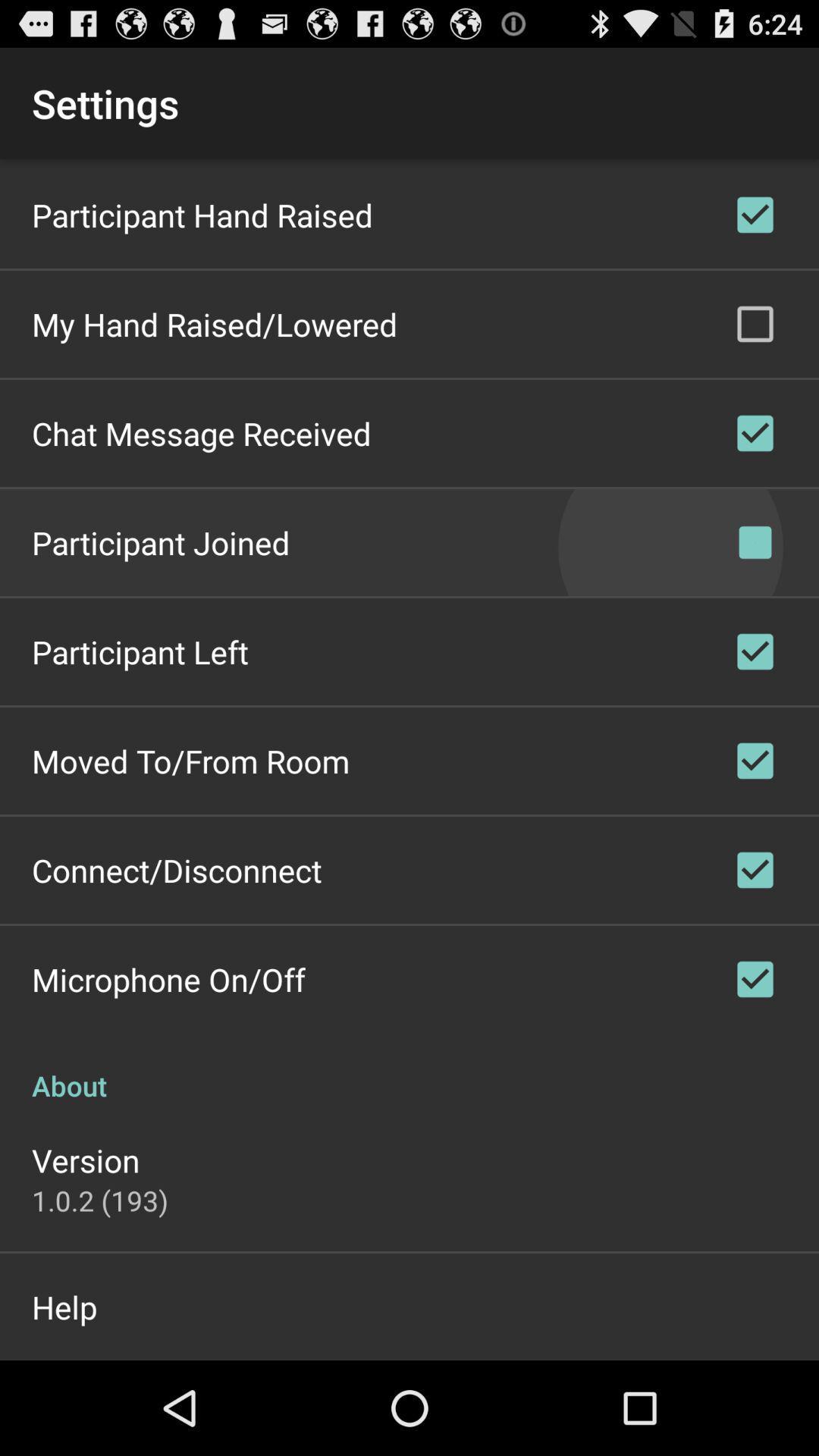  I want to click on square button right to text my hand raisedlowered, so click(755, 323).